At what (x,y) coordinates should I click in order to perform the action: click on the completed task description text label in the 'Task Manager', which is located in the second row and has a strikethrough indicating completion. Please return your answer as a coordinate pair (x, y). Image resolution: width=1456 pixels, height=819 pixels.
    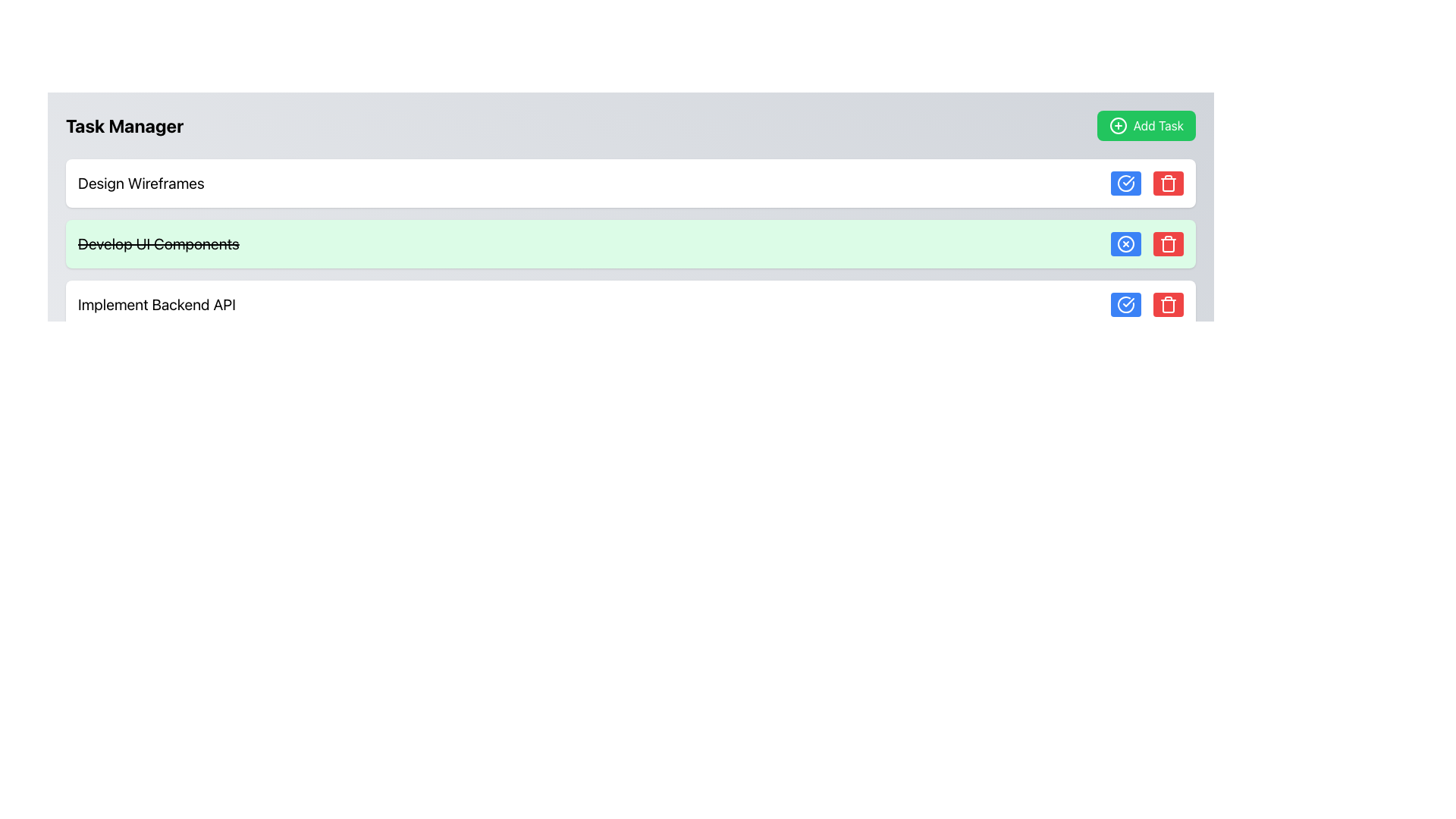
    Looking at the image, I should click on (158, 243).